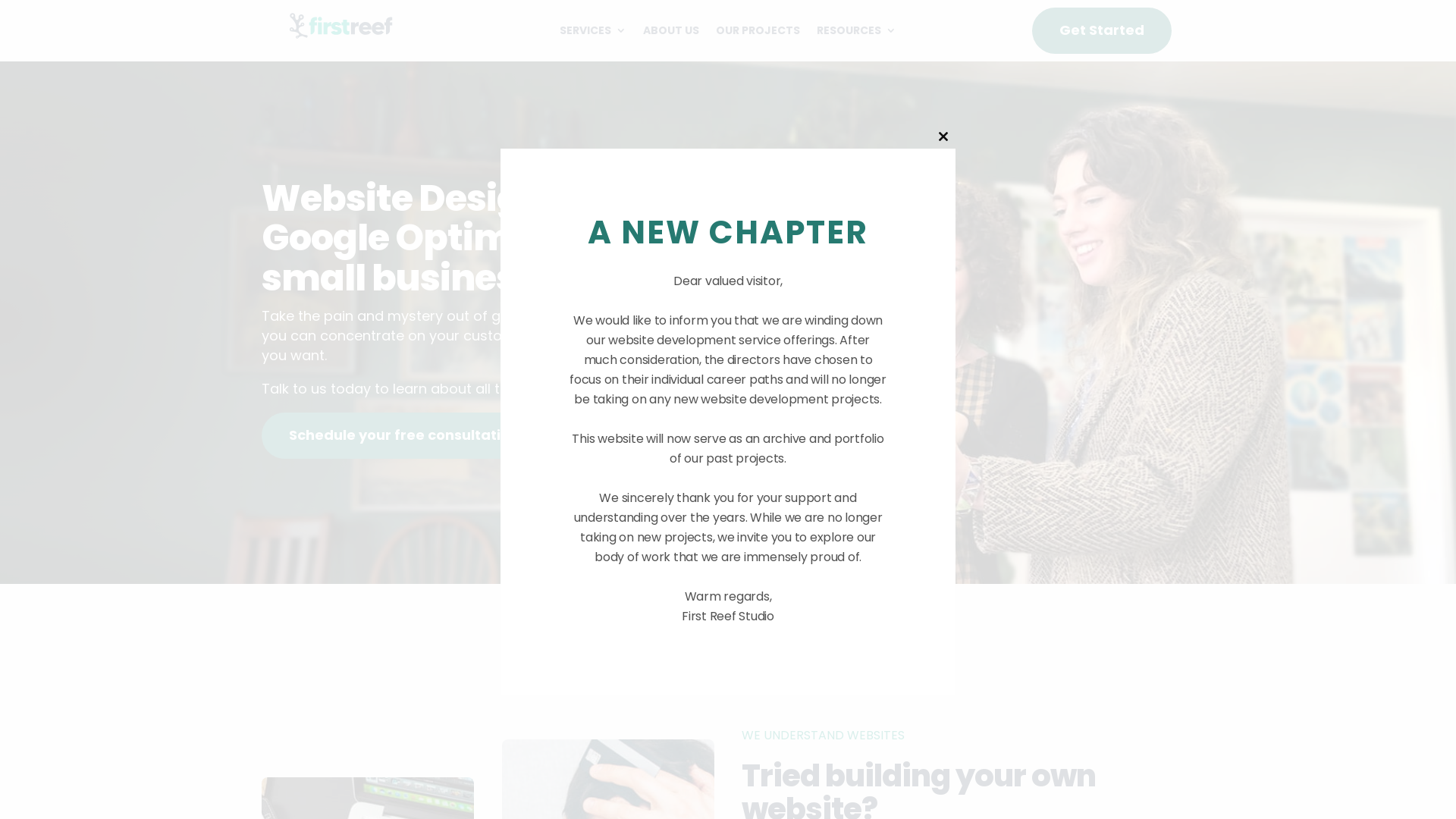  Describe the element at coordinates (942, 136) in the screenshot. I see `'Close this module'` at that location.